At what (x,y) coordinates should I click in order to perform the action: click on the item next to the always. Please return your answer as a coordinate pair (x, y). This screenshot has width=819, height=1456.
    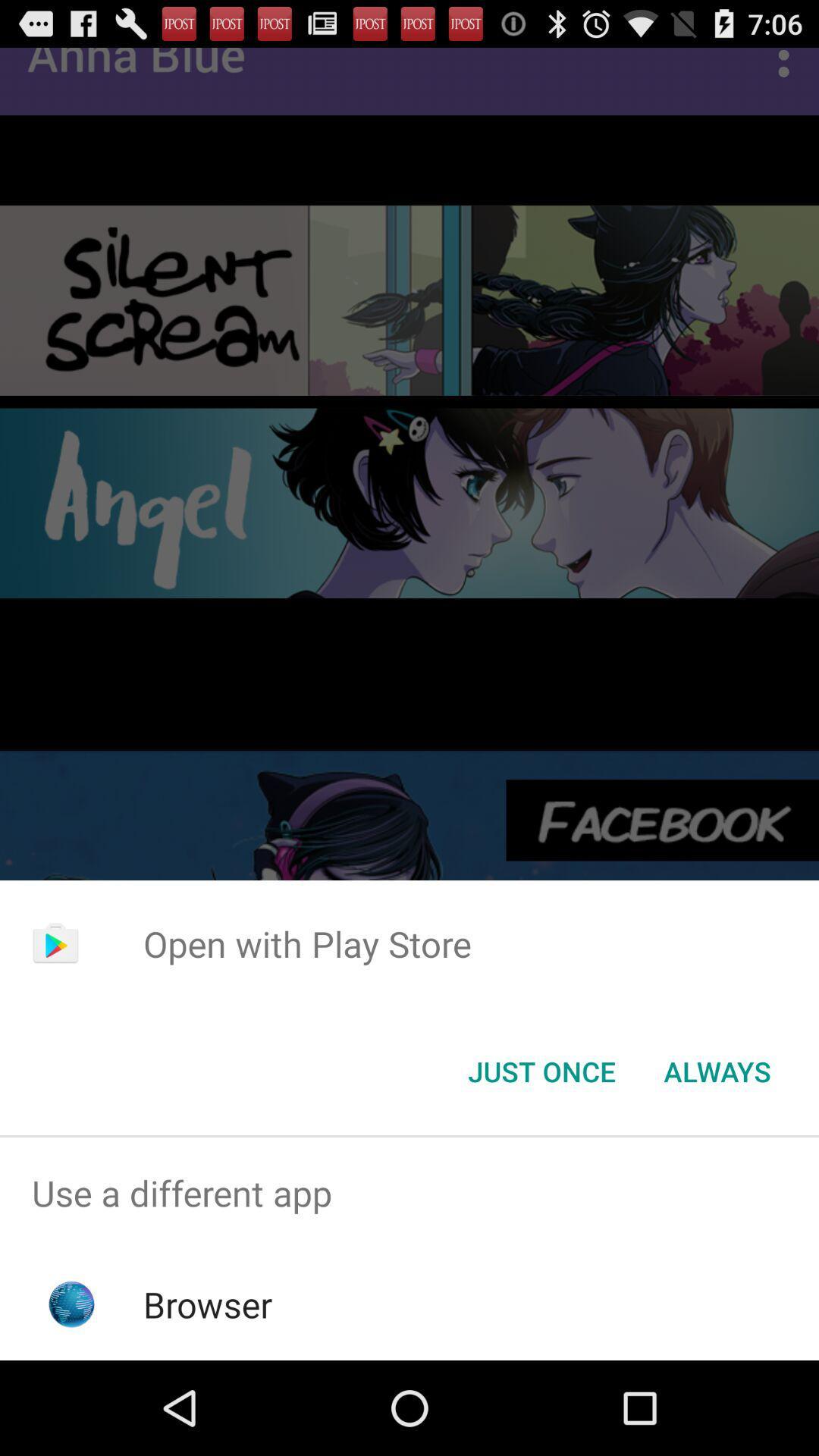
    Looking at the image, I should click on (541, 1070).